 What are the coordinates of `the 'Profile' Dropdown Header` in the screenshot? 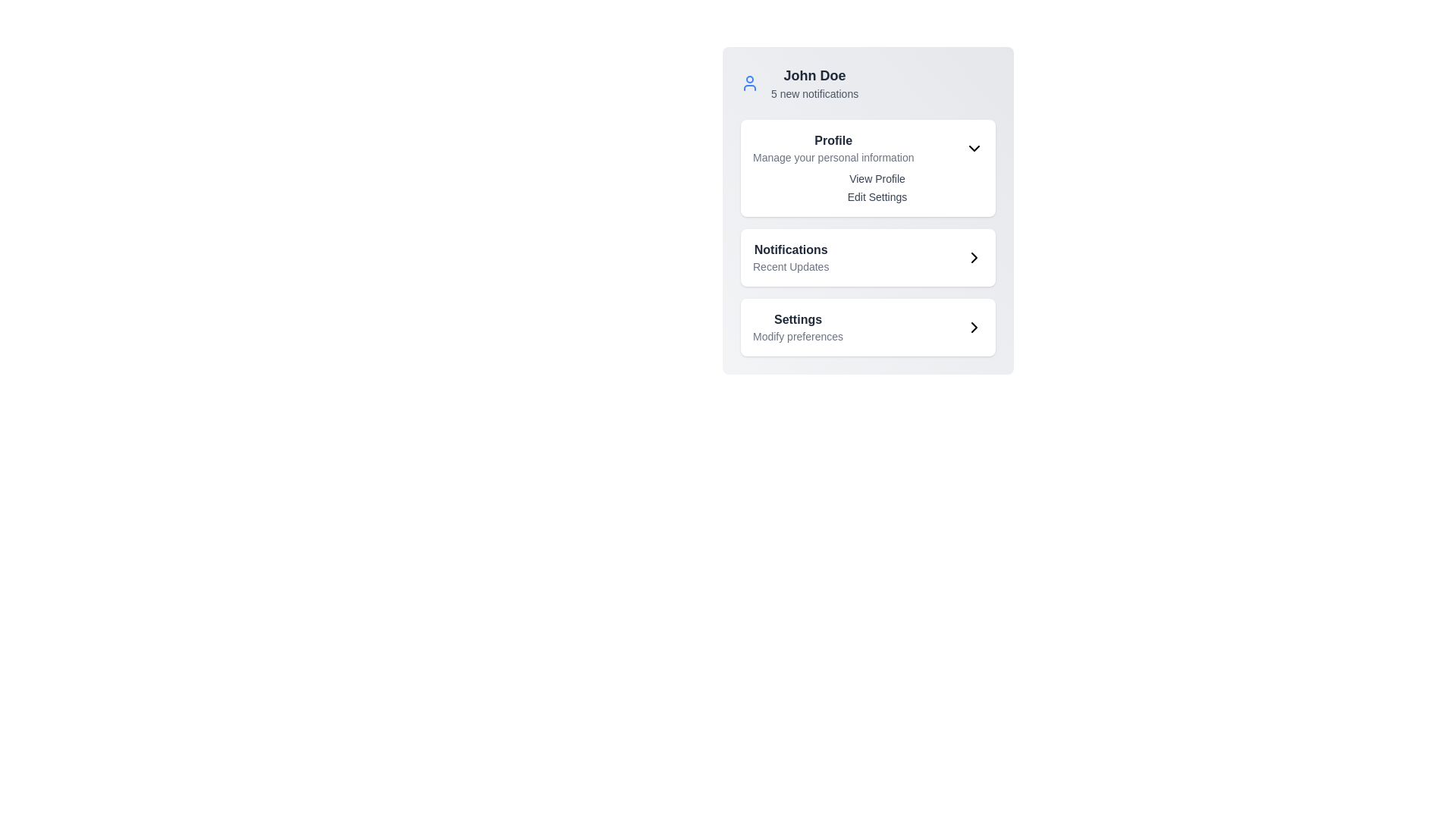 It's located at (868, 149).